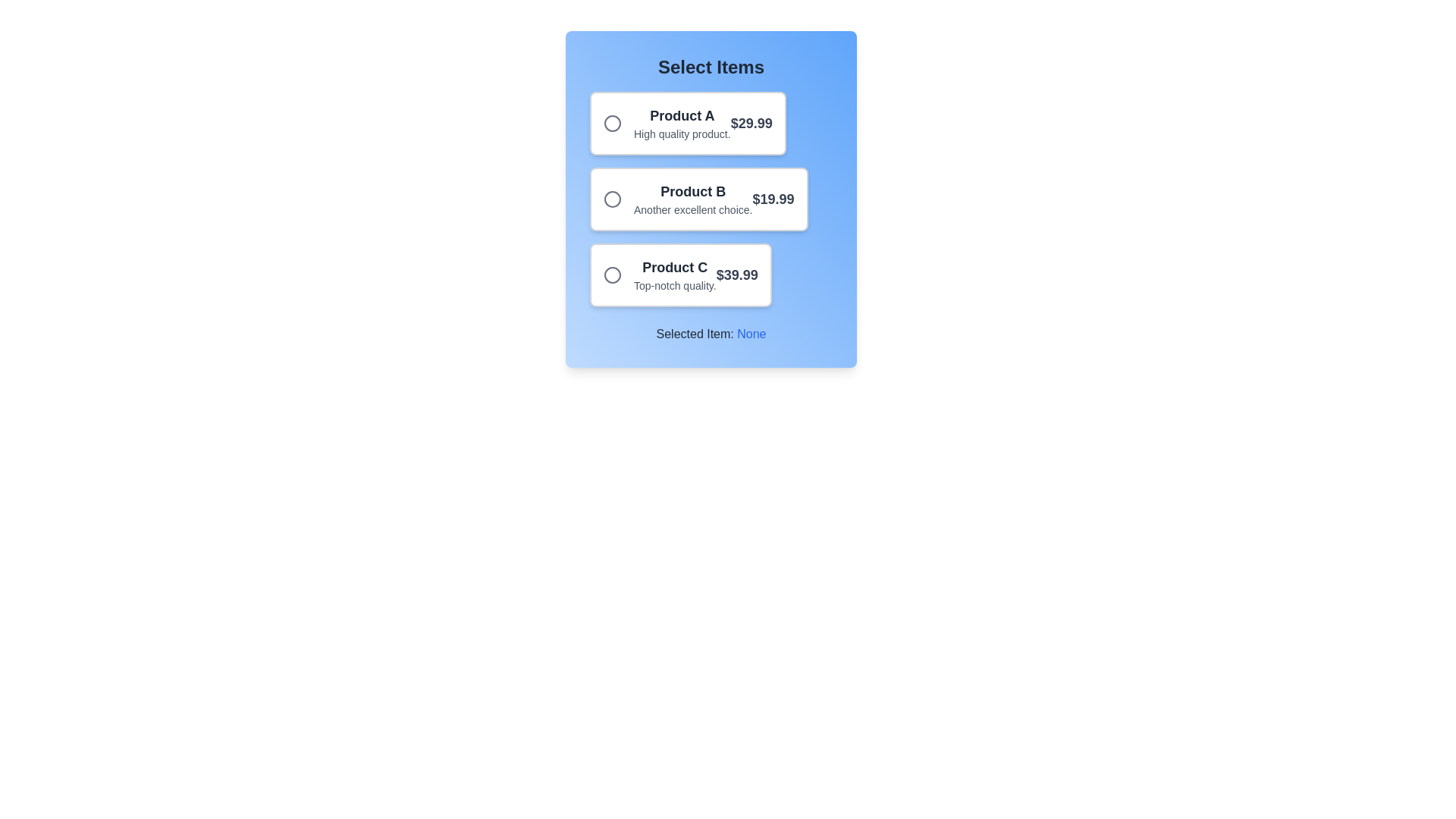 The height and width of the screenshot is (819, 1456). What do you see at coordinates (679, 275) in the screenshot?
I see `the selectable option for 'Product C' in the list of product options by clicking on the radio button associated with it` at bounding box center [679, 275].